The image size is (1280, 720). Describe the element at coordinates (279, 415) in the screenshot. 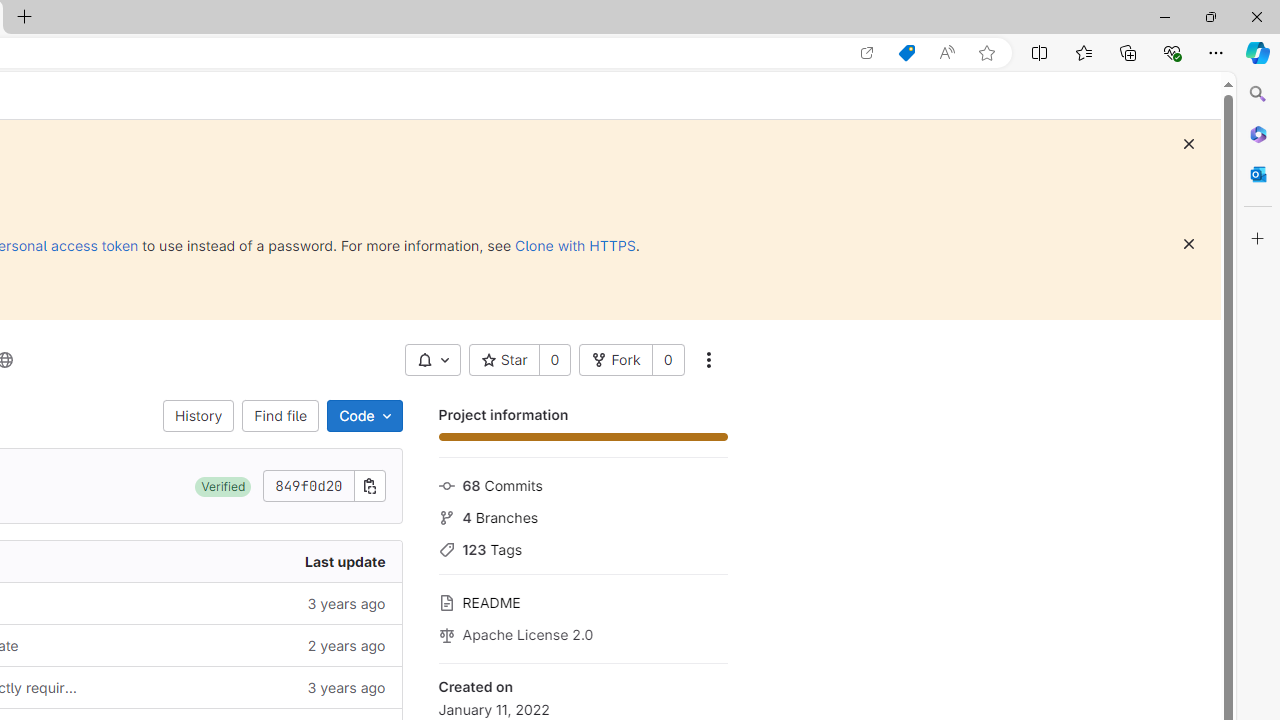

I see `'Find file'` at that location.